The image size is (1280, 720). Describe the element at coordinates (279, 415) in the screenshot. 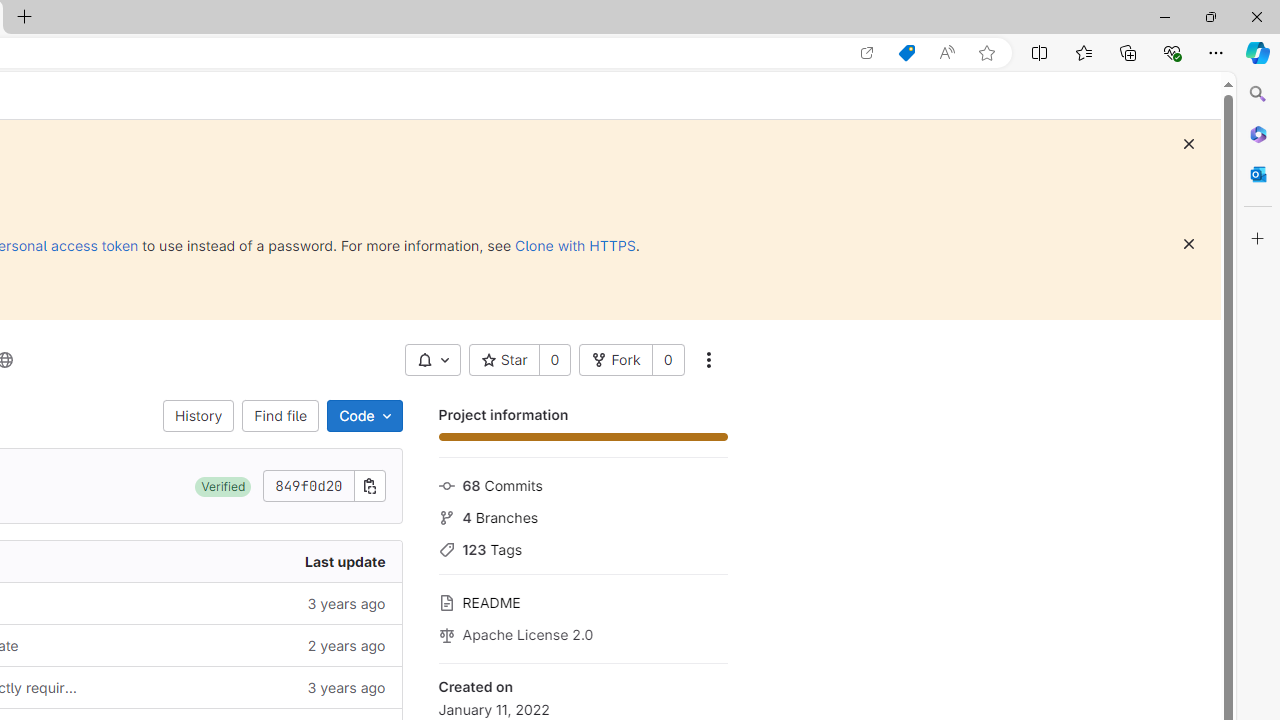

I see `'Find file'` at that location.